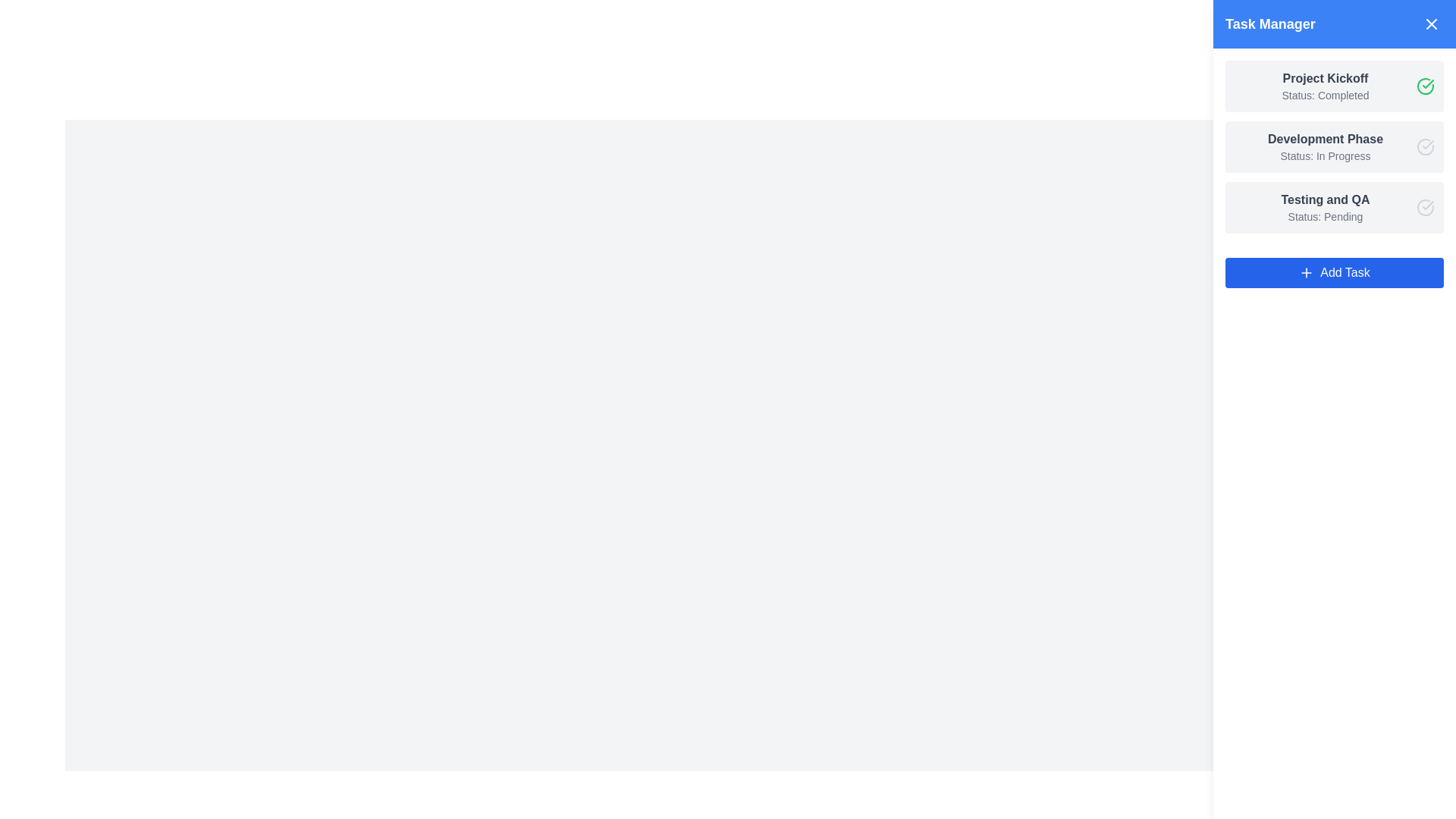 This screenshot has width=1456, height=819. Describe the element at coordinates (1425, 146) in the screenshot. I see `the status indicator icon for the 'Development Phase' task located at the far-right side of the task row` at that location.